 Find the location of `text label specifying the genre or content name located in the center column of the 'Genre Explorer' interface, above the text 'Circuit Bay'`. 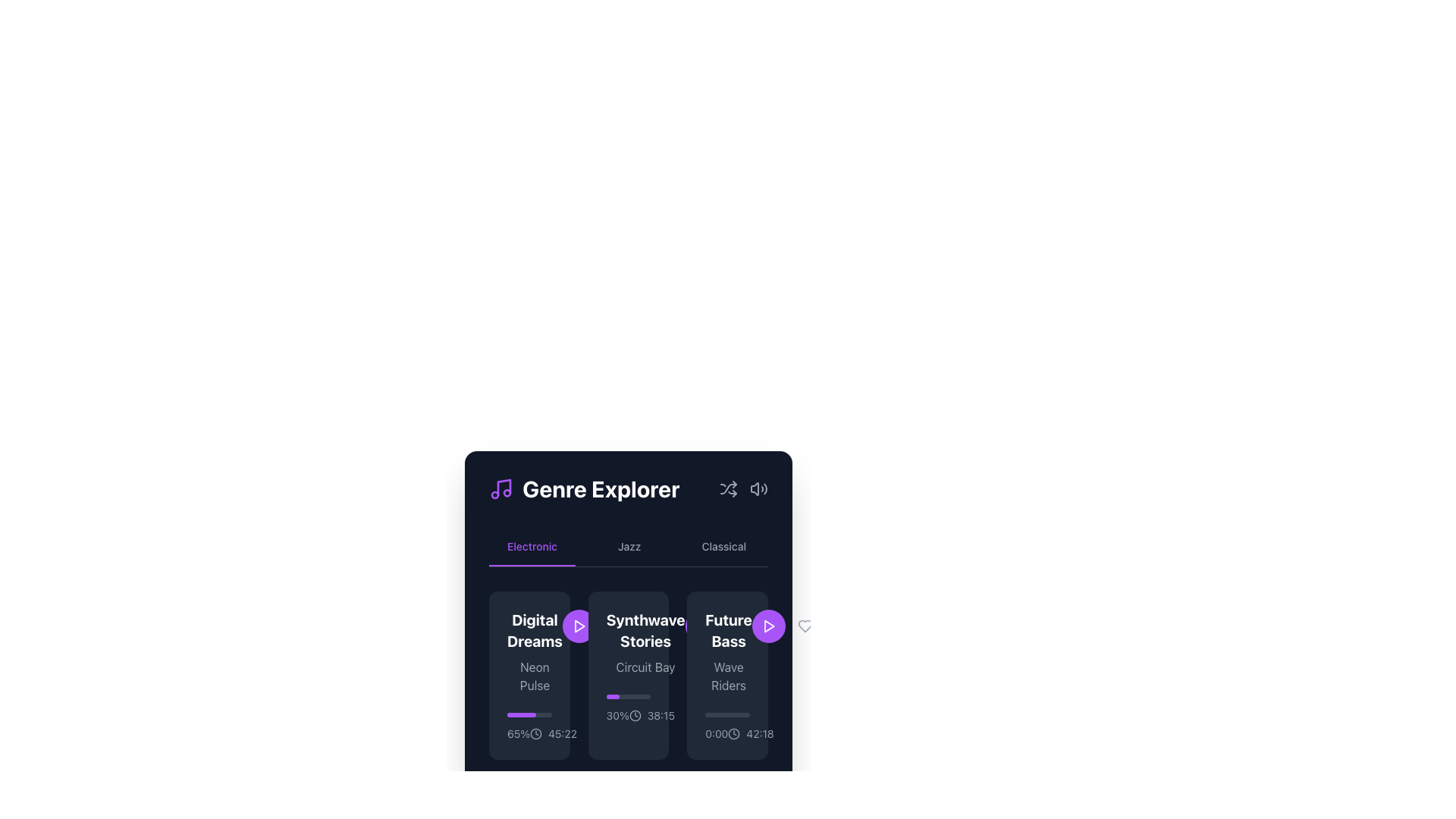

text label specifying the genre or content name located in the center column of the 'Genre Explorer' interface, above the text 'Circuit Bay' is located at coordinates (645, 631).